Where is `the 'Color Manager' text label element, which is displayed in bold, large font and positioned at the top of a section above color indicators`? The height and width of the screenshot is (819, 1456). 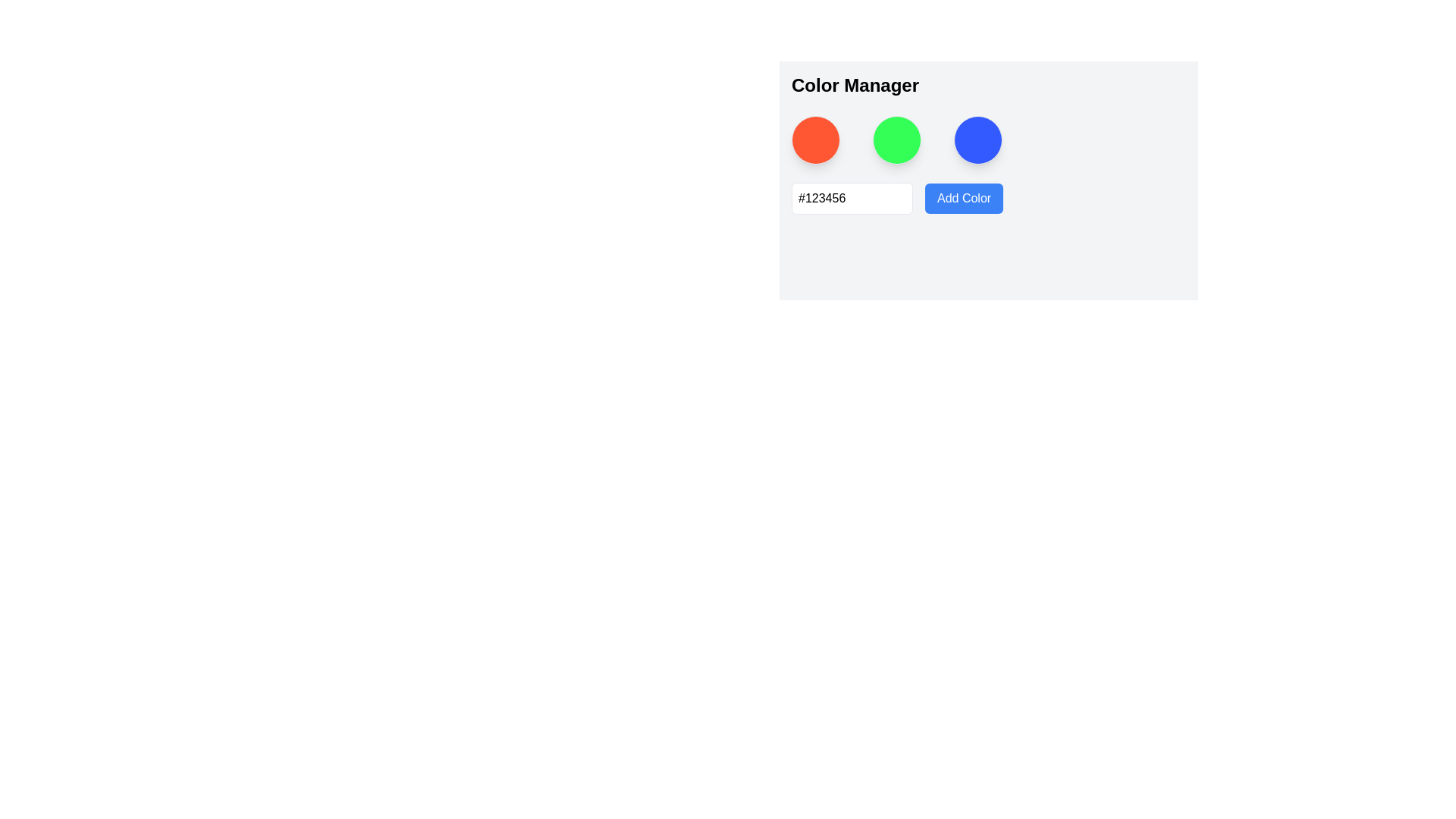 the 'Color Manager' text label element, which is displayed in bold, large font and positioned at the top of a section above color indicators is located at coordinates (855, 85).